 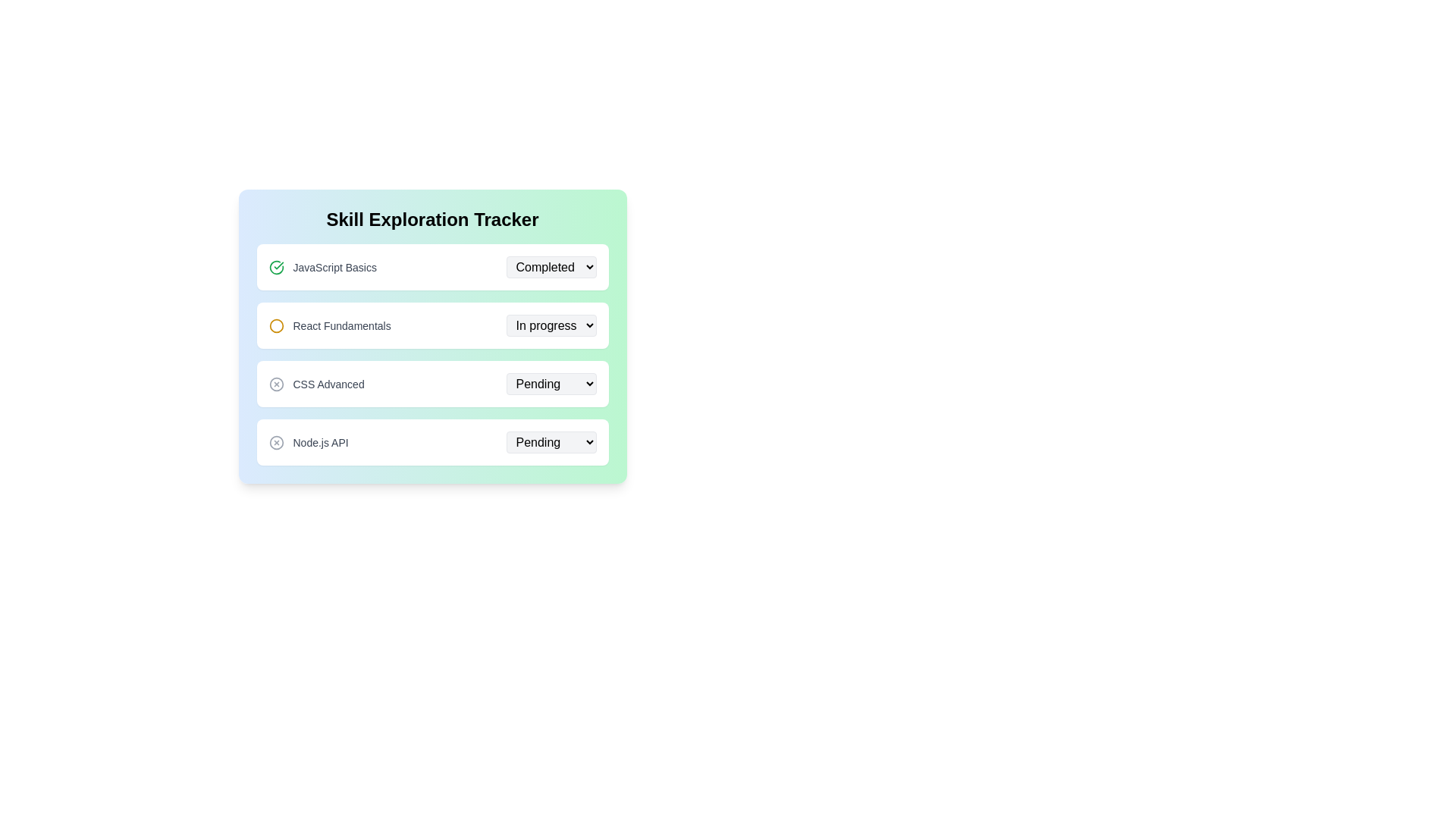 I want to click on the Static Text Label describing the 'React Fundamentals' skill in the Skill Exploration Tracker section, which is the second item in a vertical list of skill entries, so click(x=341, y=325).